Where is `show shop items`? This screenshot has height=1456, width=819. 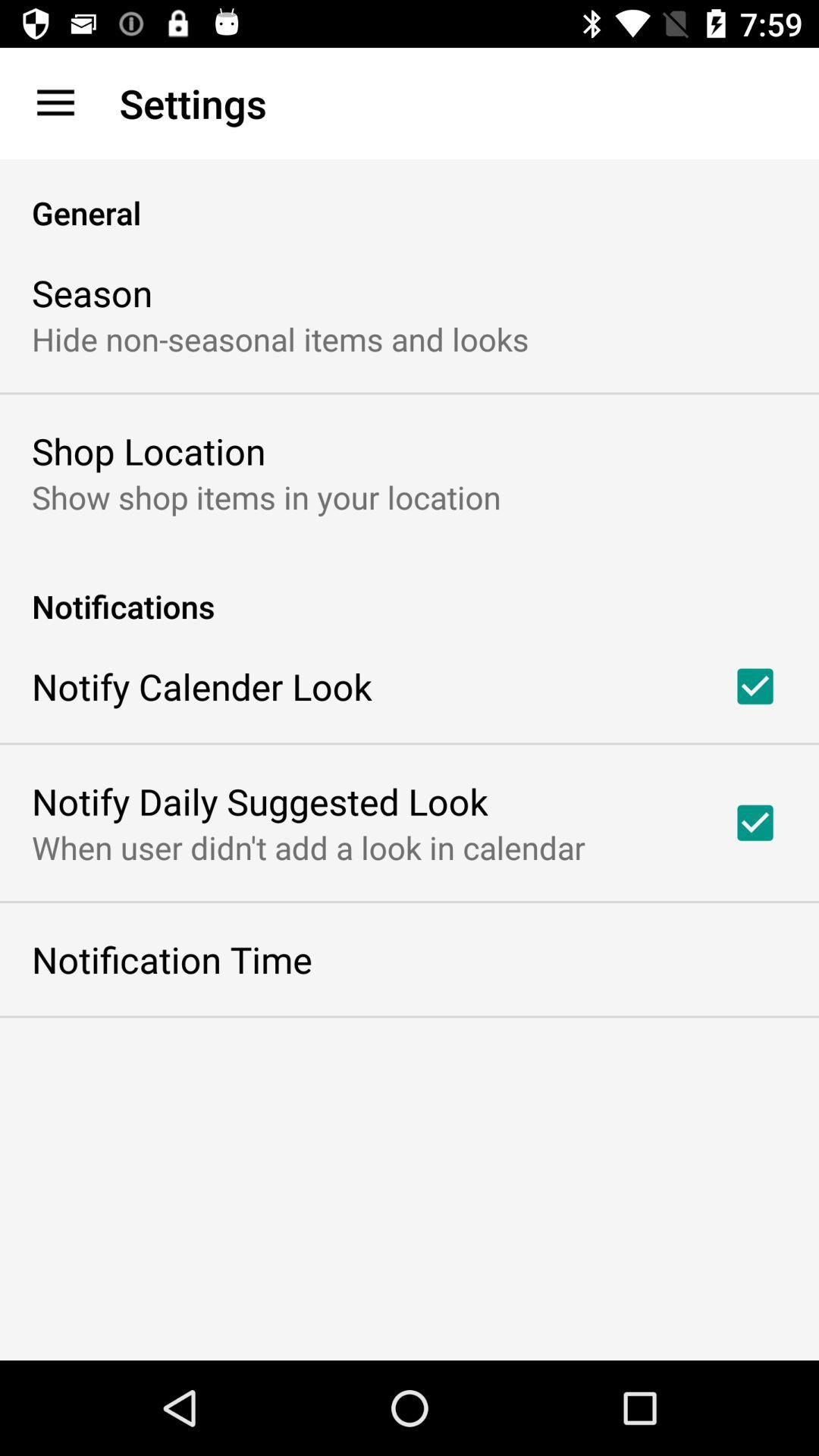 show shop items is located at coordinates (265, 497).